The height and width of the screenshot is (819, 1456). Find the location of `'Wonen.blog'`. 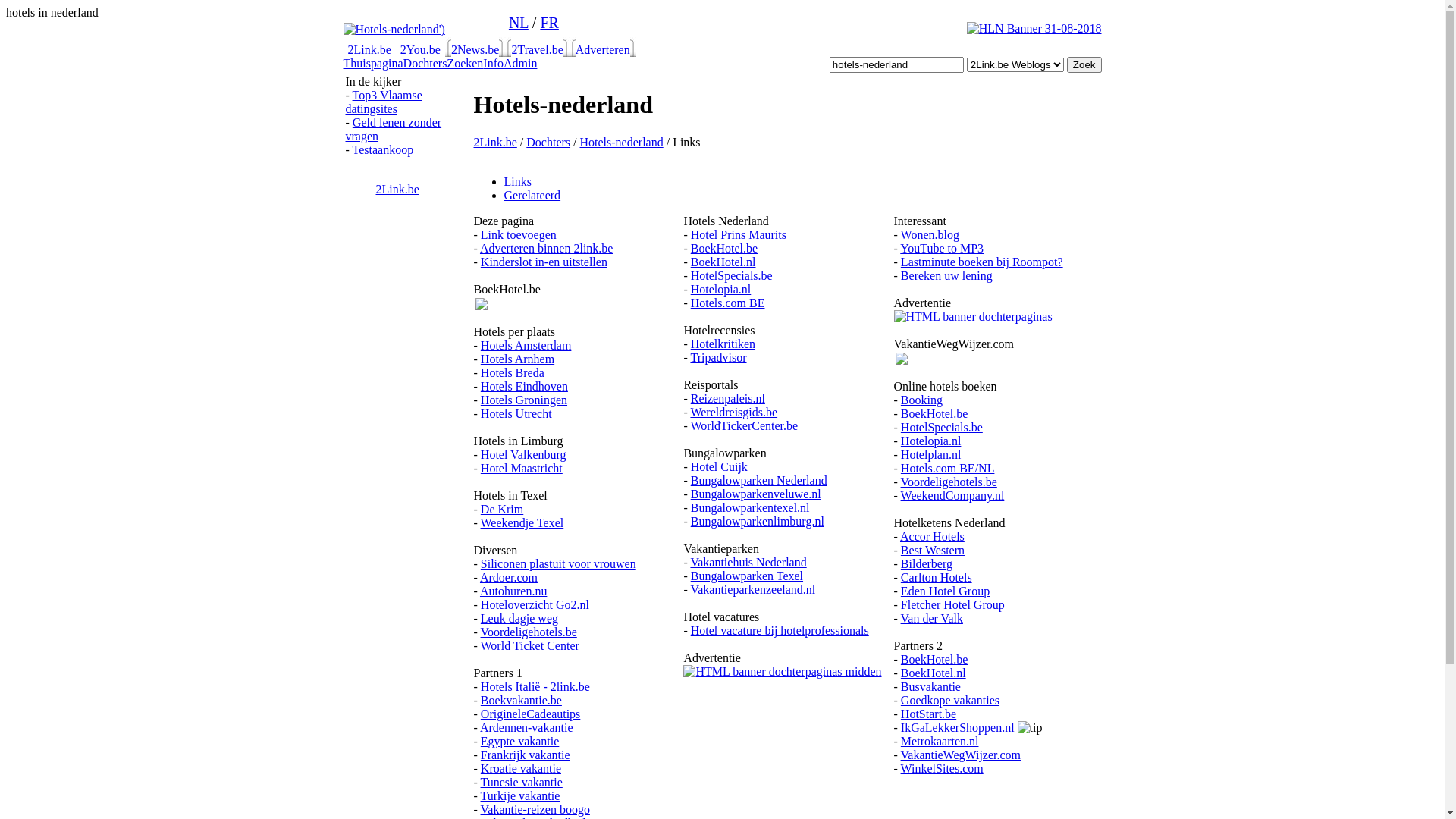

'Wonen.blog' is located at coordinates (901, 234).